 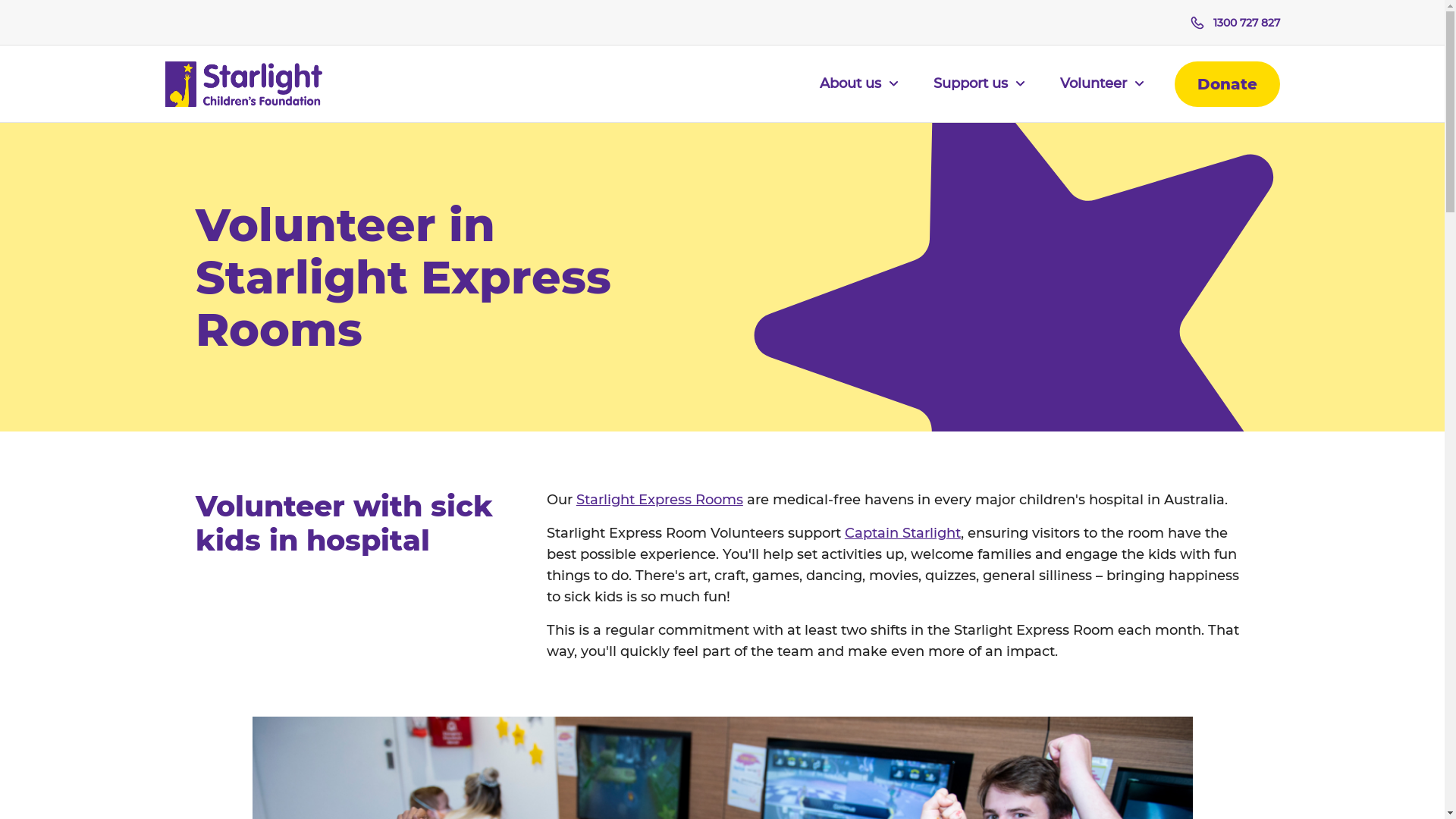 I want to click on 'Donate', so click(x=1173, y=84).